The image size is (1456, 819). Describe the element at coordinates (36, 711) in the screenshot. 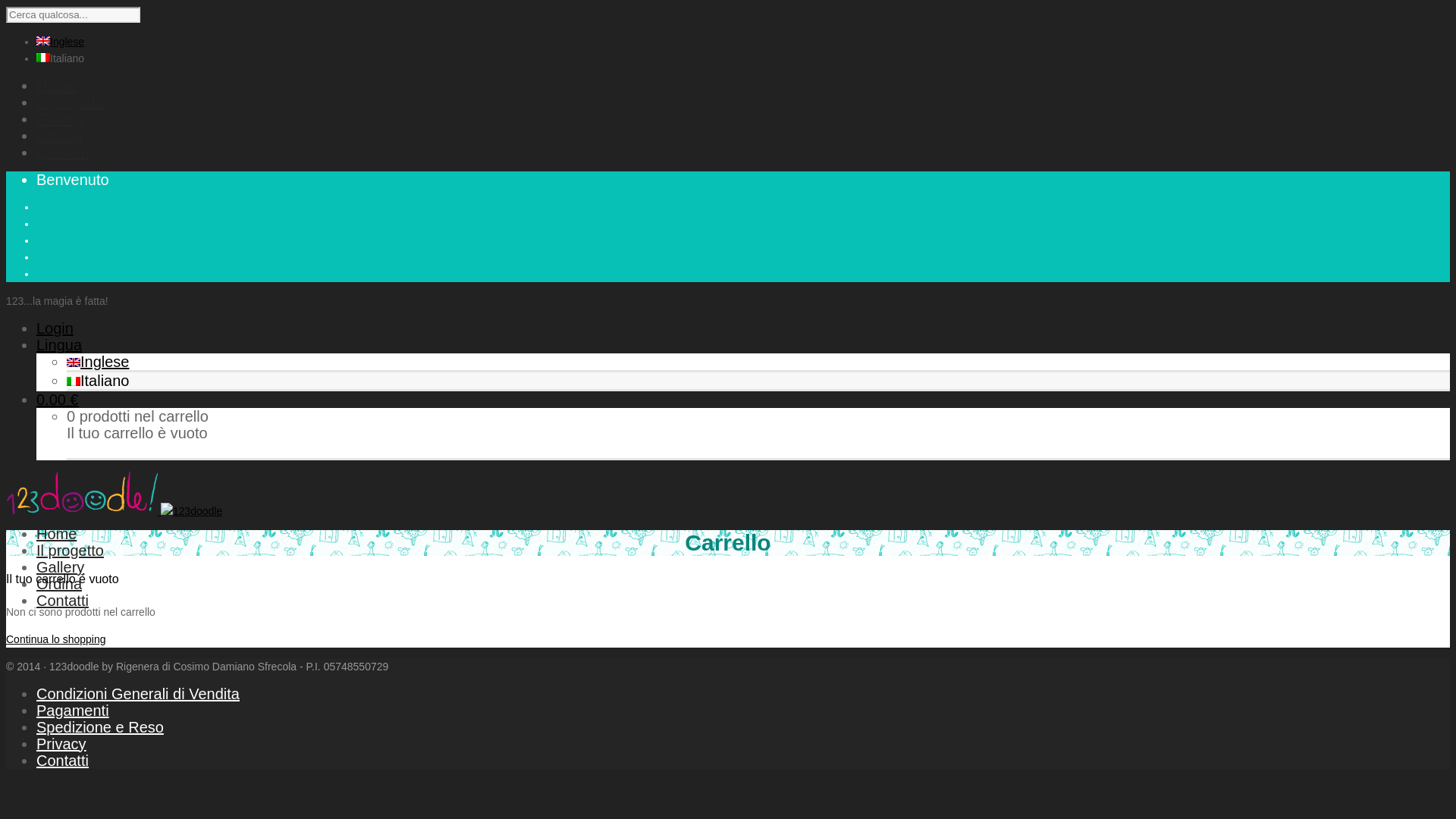

I see `'Pagamenti'` at that location.